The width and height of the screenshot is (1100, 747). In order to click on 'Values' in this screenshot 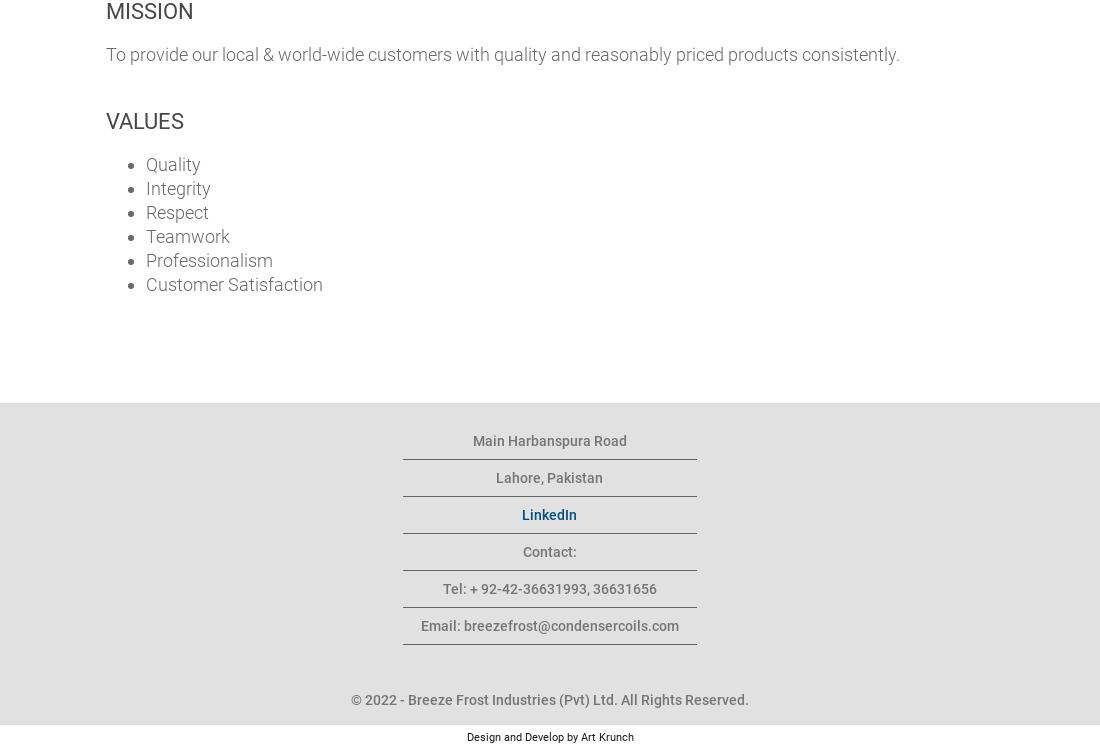, I will do `click(143, 121)`.